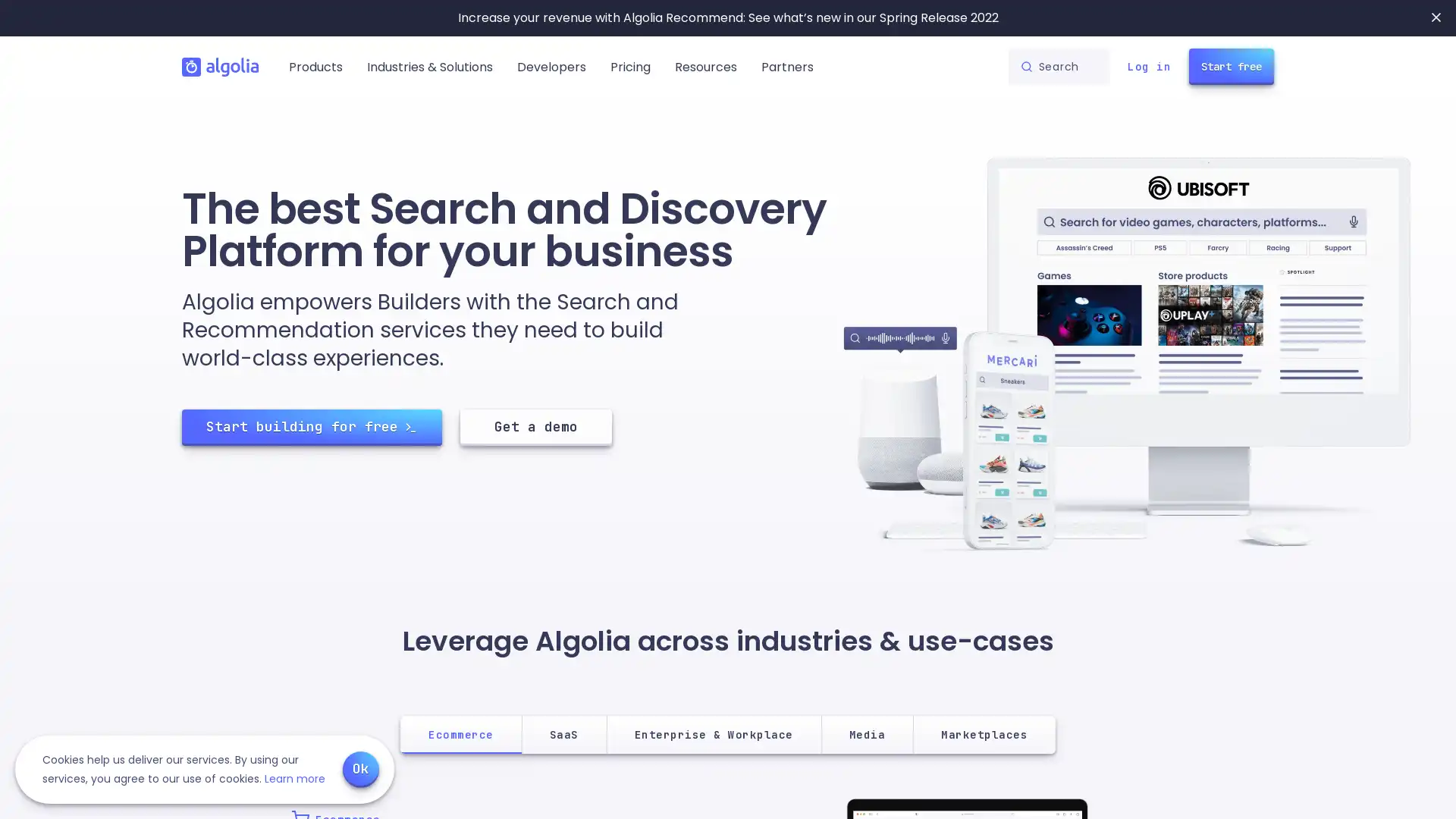  I want to click on Enterprise & Workplace, so click(712, 733).